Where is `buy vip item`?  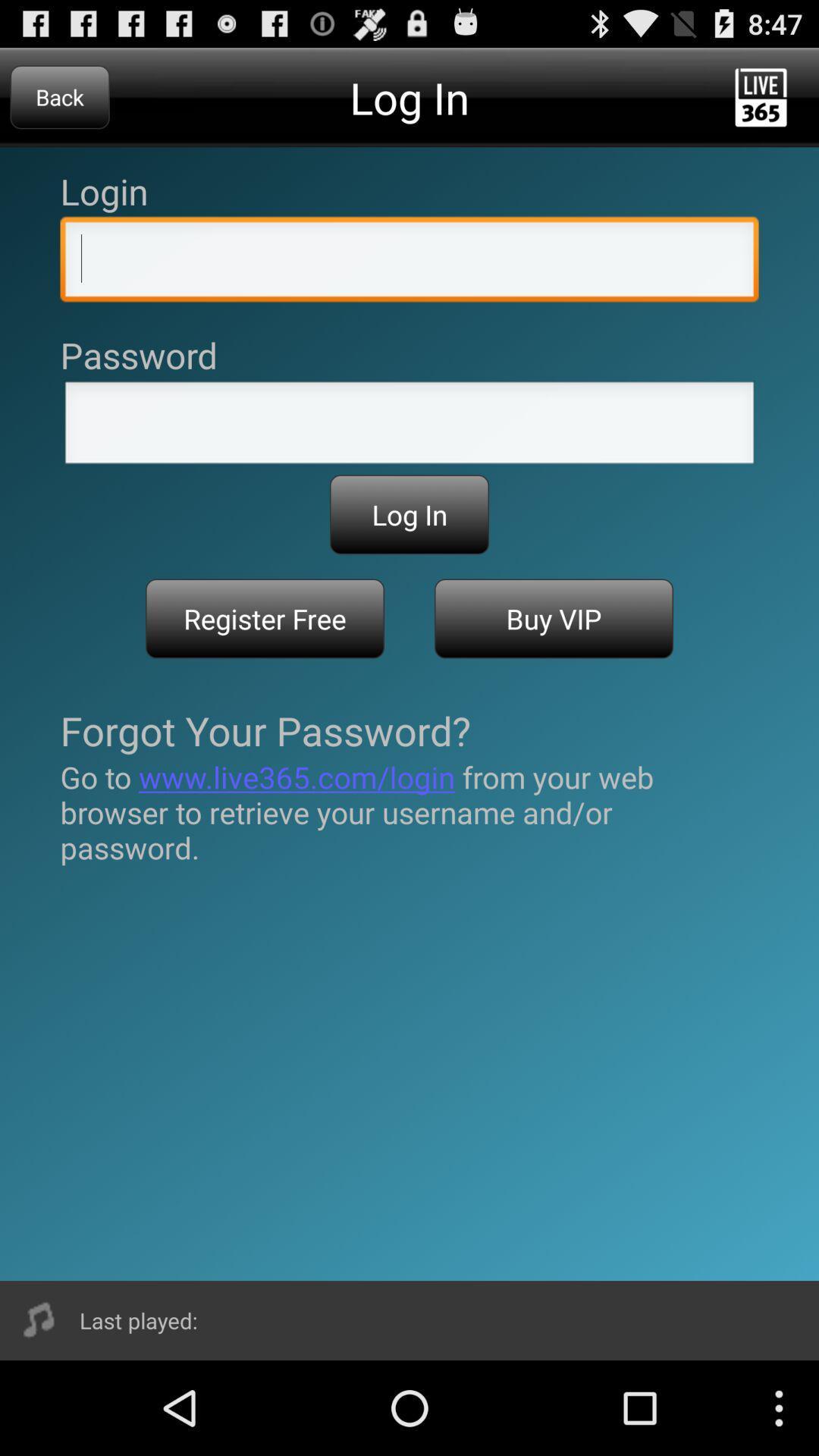
buy vip item is located at coordinates (554, 619).